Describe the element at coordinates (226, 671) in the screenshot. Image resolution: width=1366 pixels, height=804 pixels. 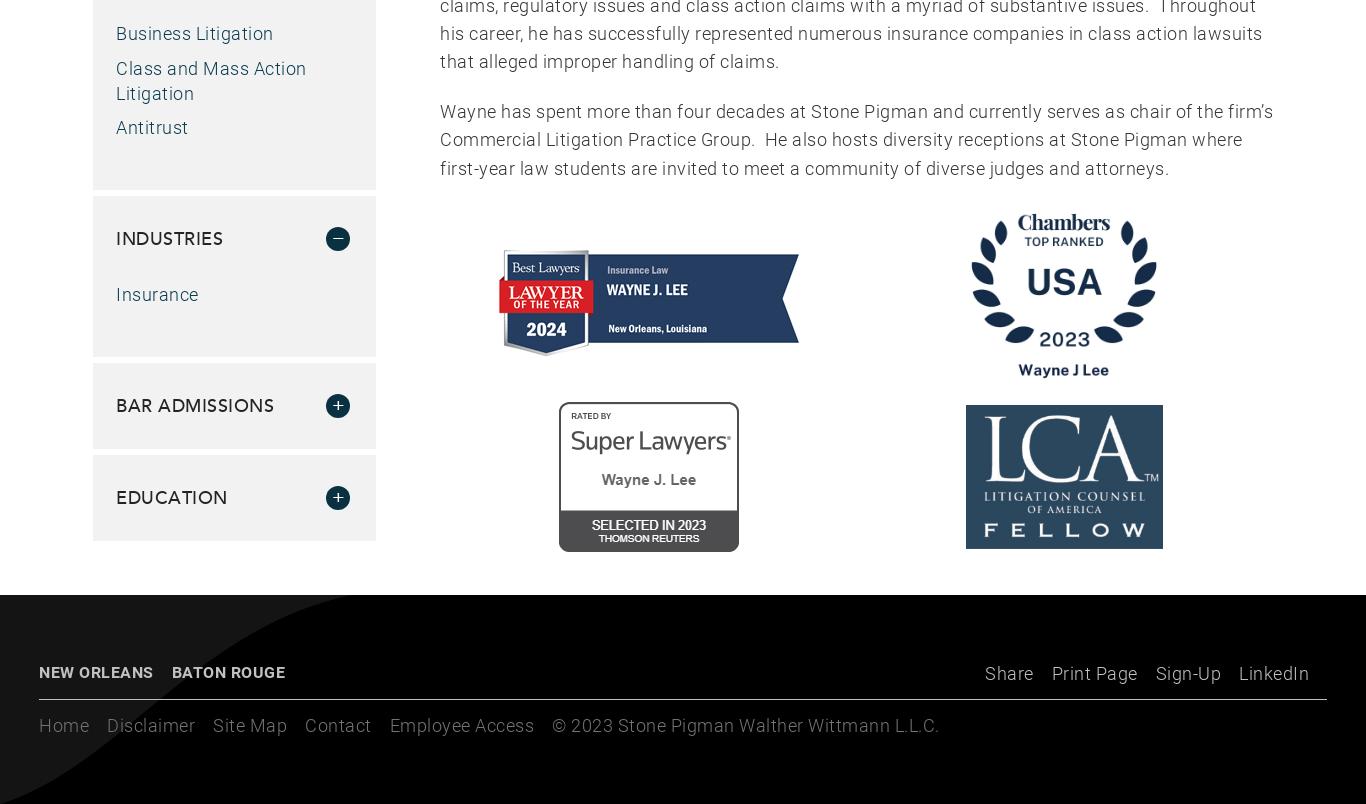
I see `'Baton Rouge'` at that location.